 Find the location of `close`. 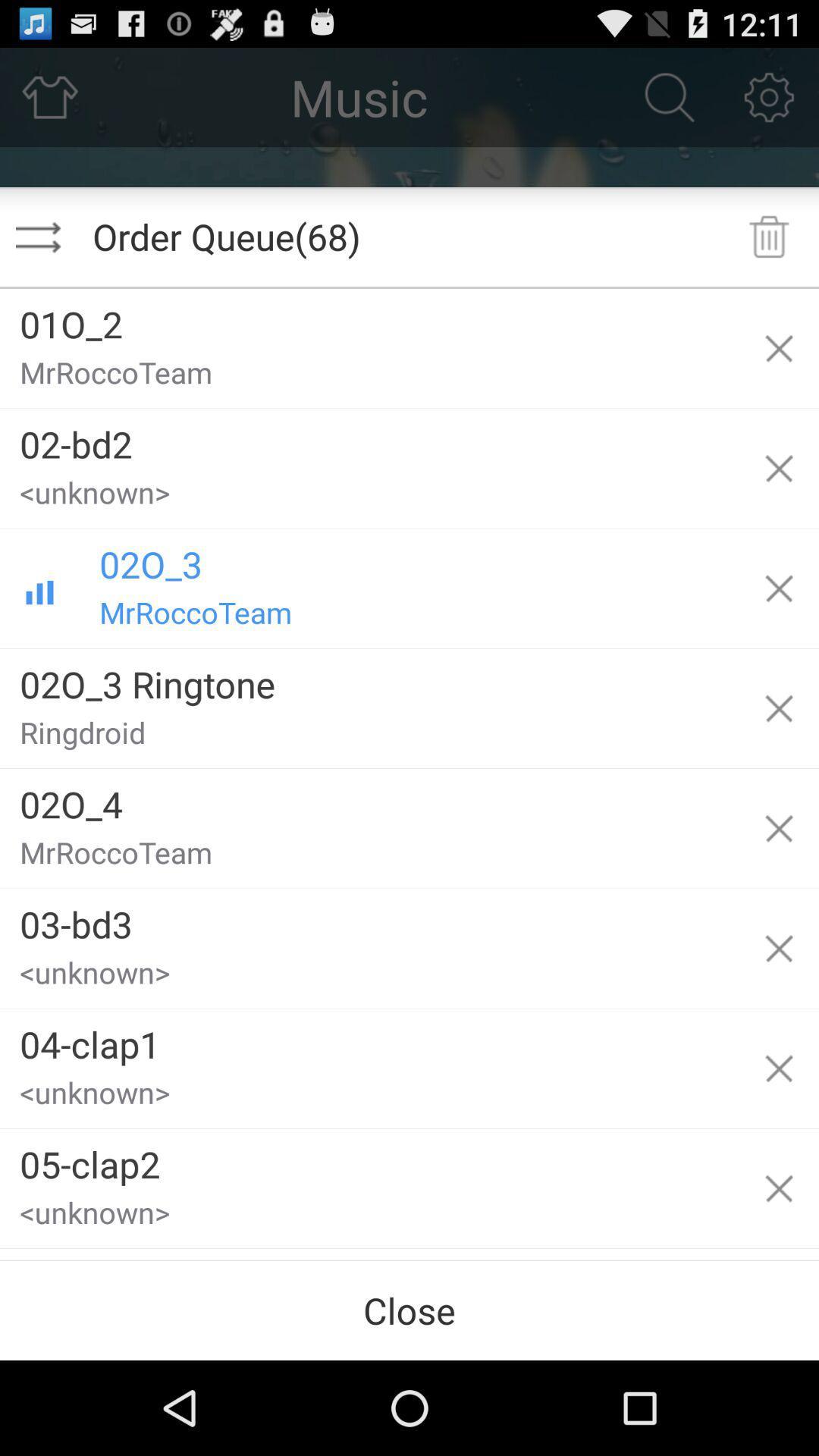

close is located at coordinates (409, 1310).